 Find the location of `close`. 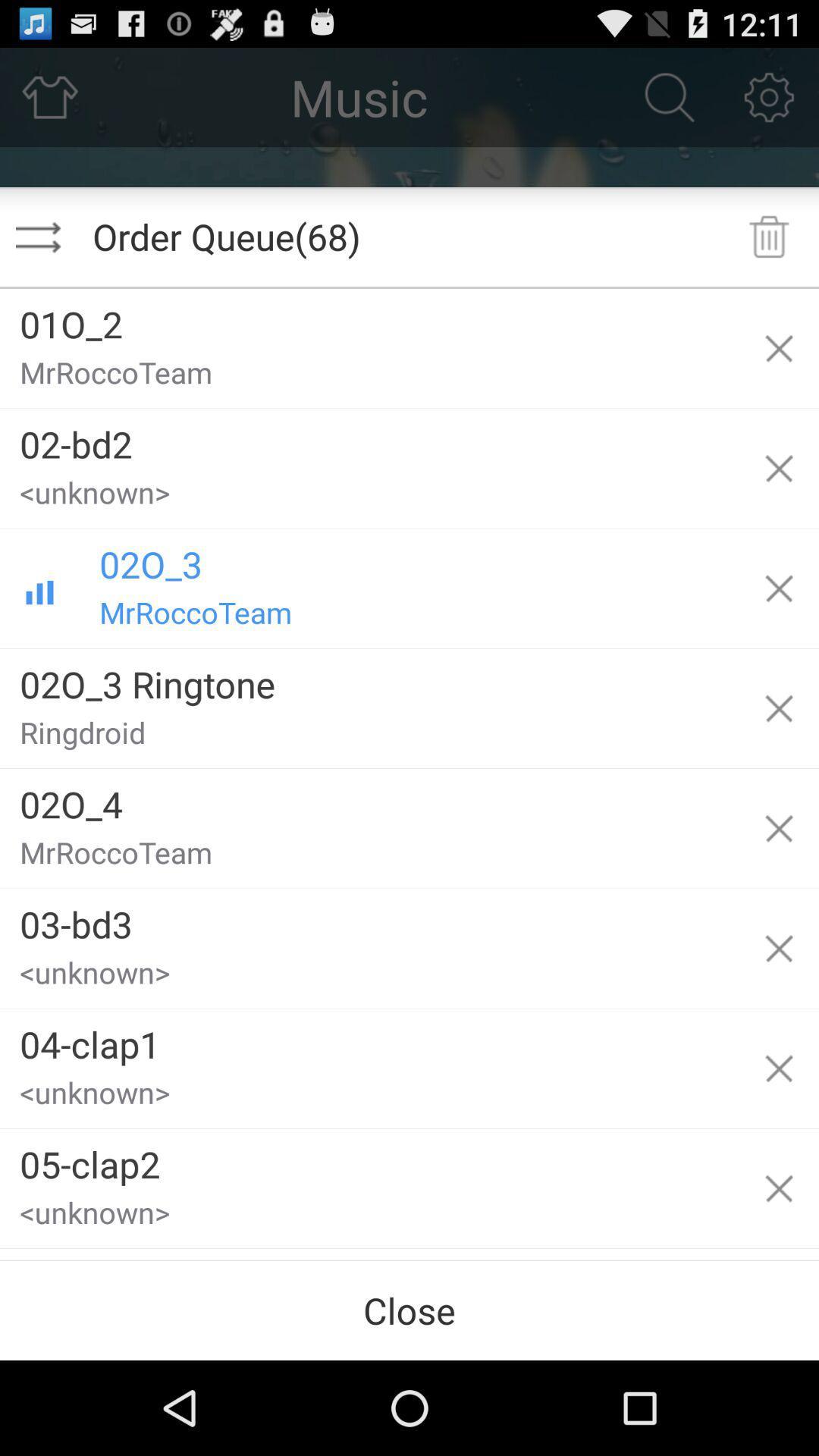

close is located at coordinates (409, 1310).